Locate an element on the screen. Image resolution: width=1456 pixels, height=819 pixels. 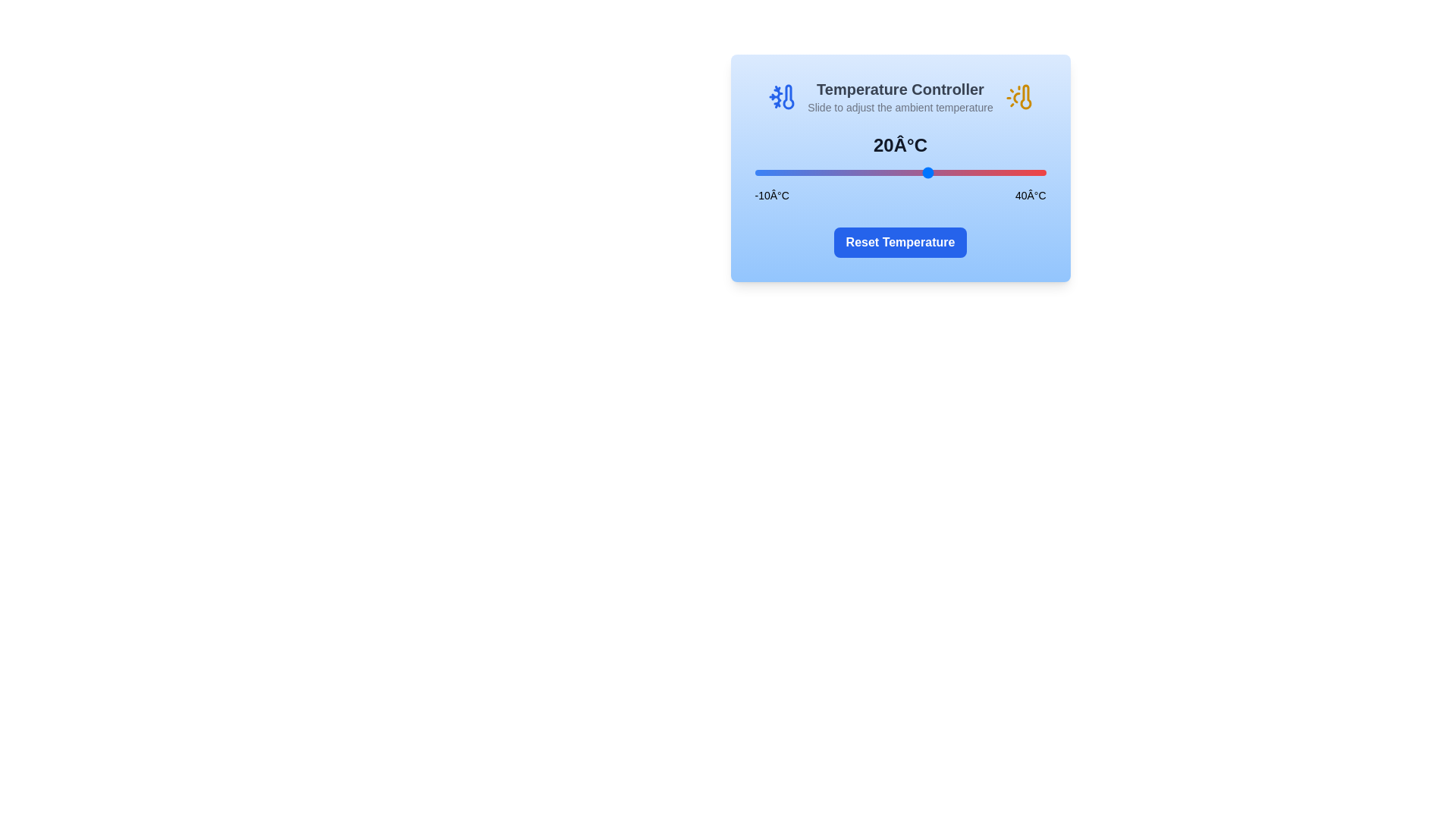
the static text label indicating the lowest temperature value in the temperature control component, which is located at the far left of the horizontal arrangement is located at coordinates (772, 195).